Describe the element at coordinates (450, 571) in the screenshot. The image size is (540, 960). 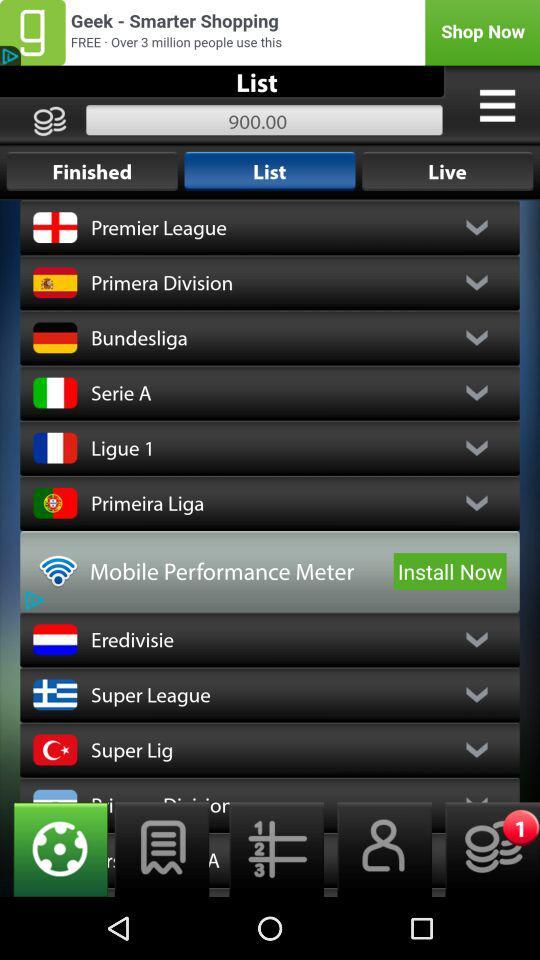
I see `item below the  primeira liga icon` at that location.